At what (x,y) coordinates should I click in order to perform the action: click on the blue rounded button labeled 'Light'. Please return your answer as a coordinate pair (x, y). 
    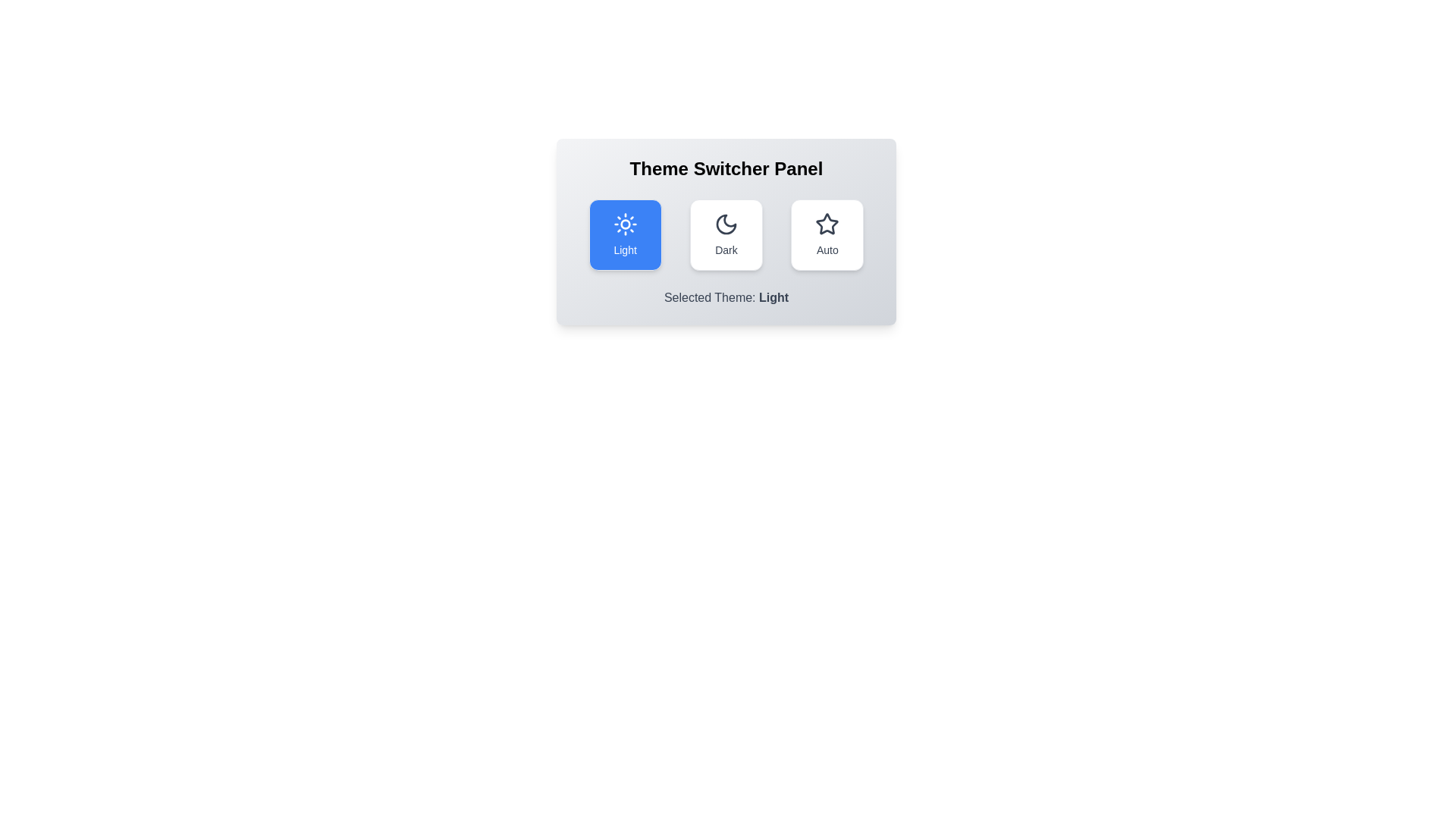
    Looking at the image, I should click on (625, 234).